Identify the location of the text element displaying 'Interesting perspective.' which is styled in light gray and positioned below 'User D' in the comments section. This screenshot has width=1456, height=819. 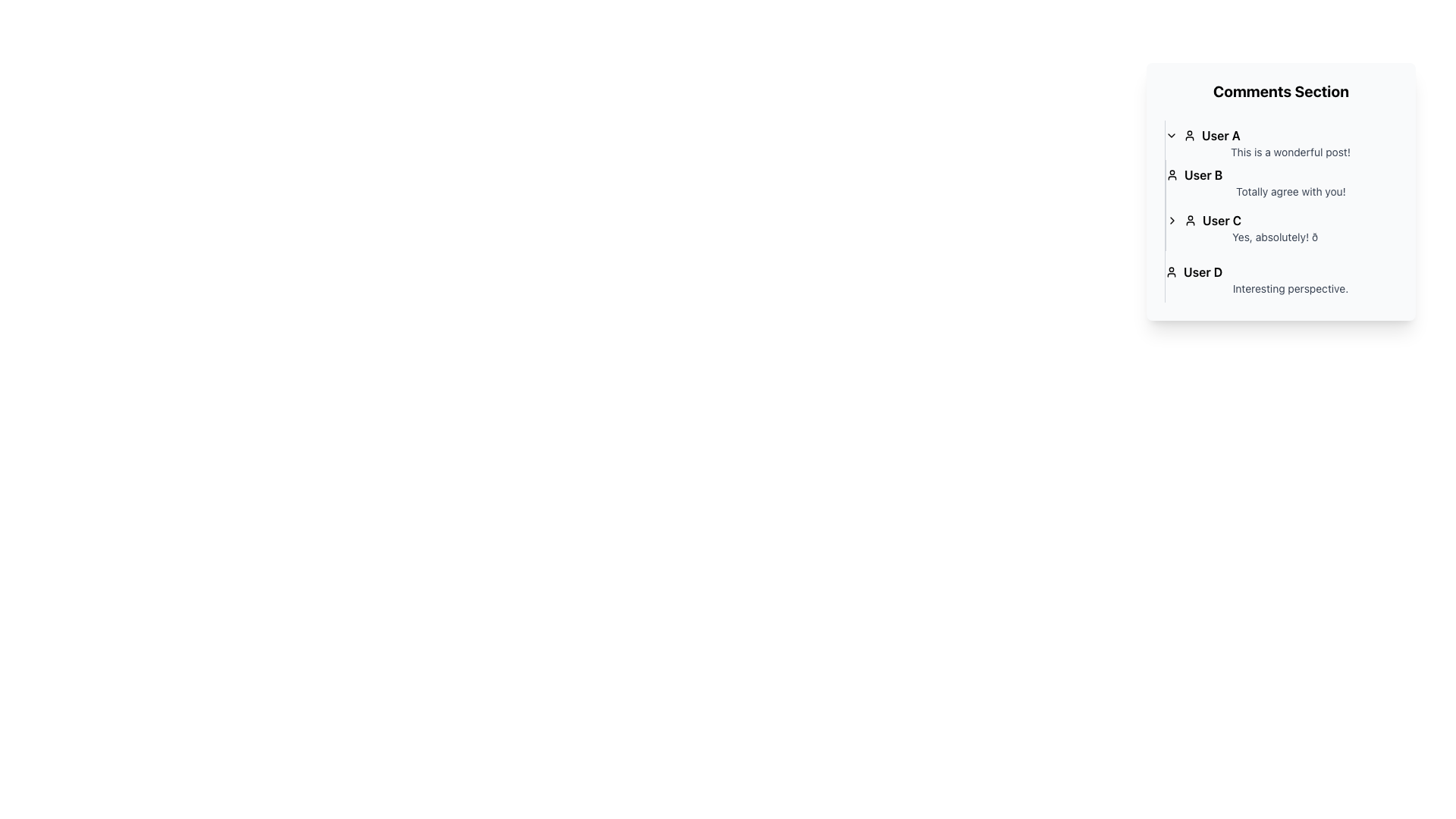
(1280, 289).